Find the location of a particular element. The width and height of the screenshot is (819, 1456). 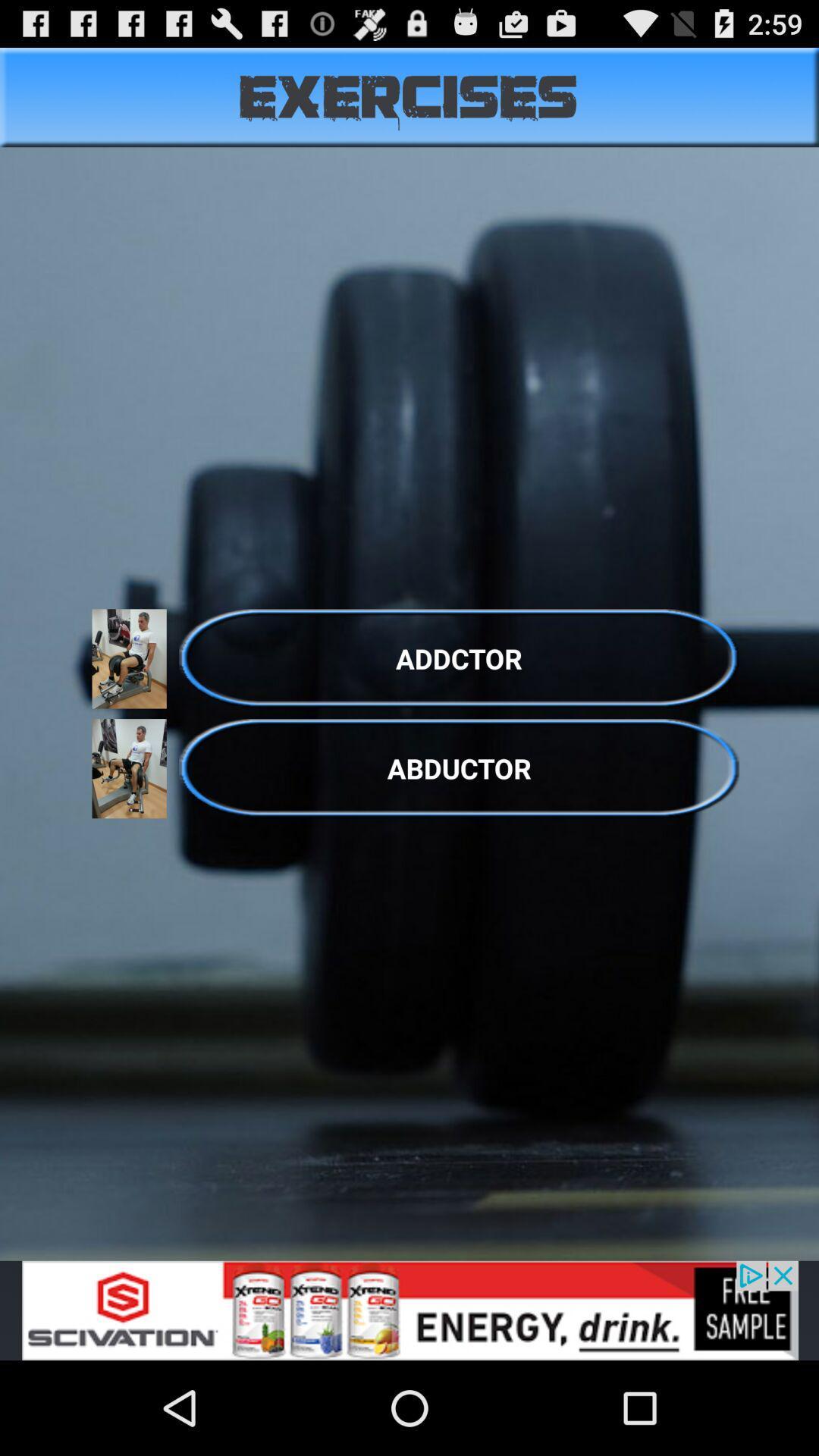

sponsored content is located at coordinates (409, 1310).